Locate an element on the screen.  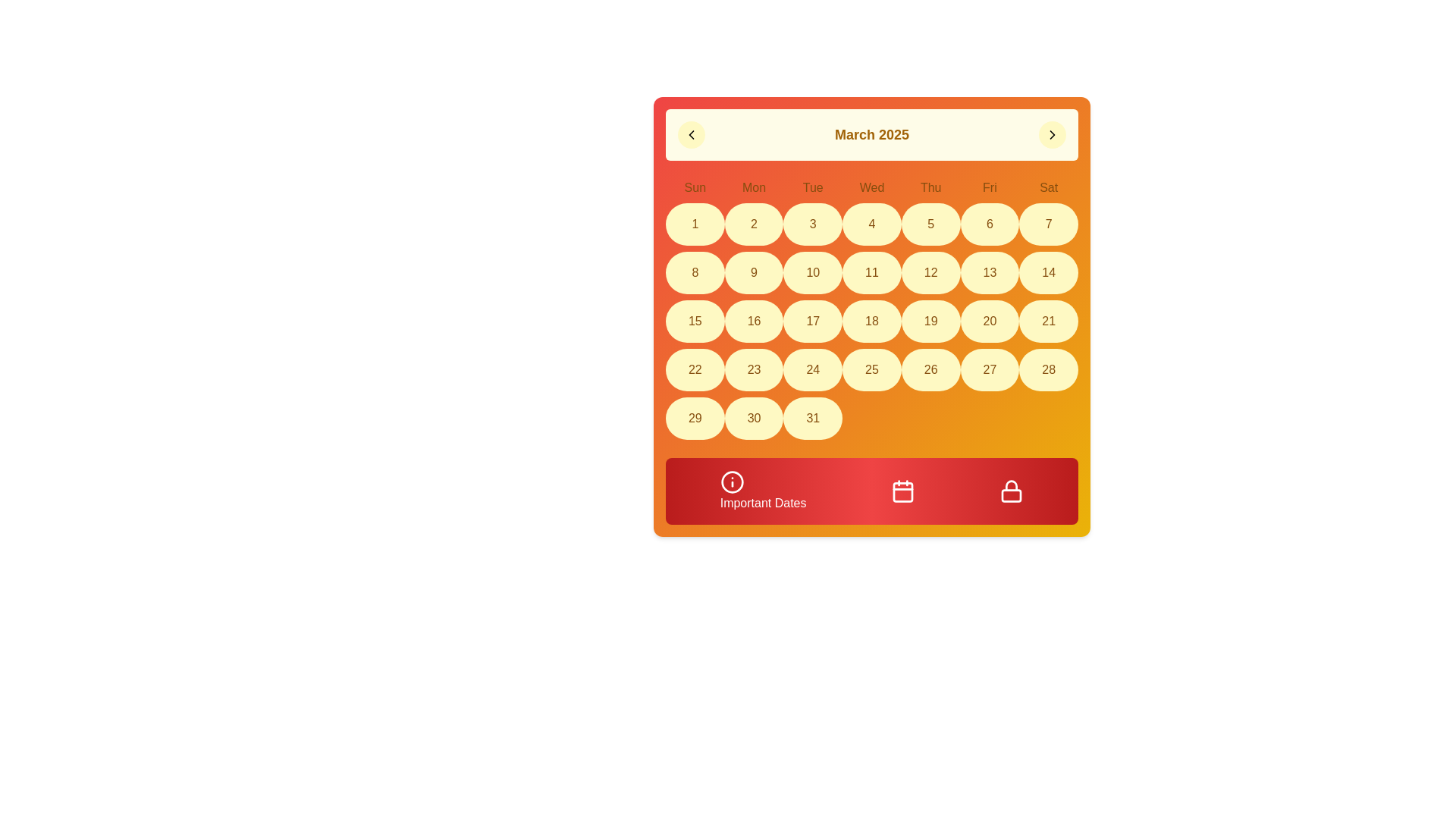
the button located in the bottom section of the interface, aligned to the left-most side among three similar buttons is located at coordinates (763, 491).